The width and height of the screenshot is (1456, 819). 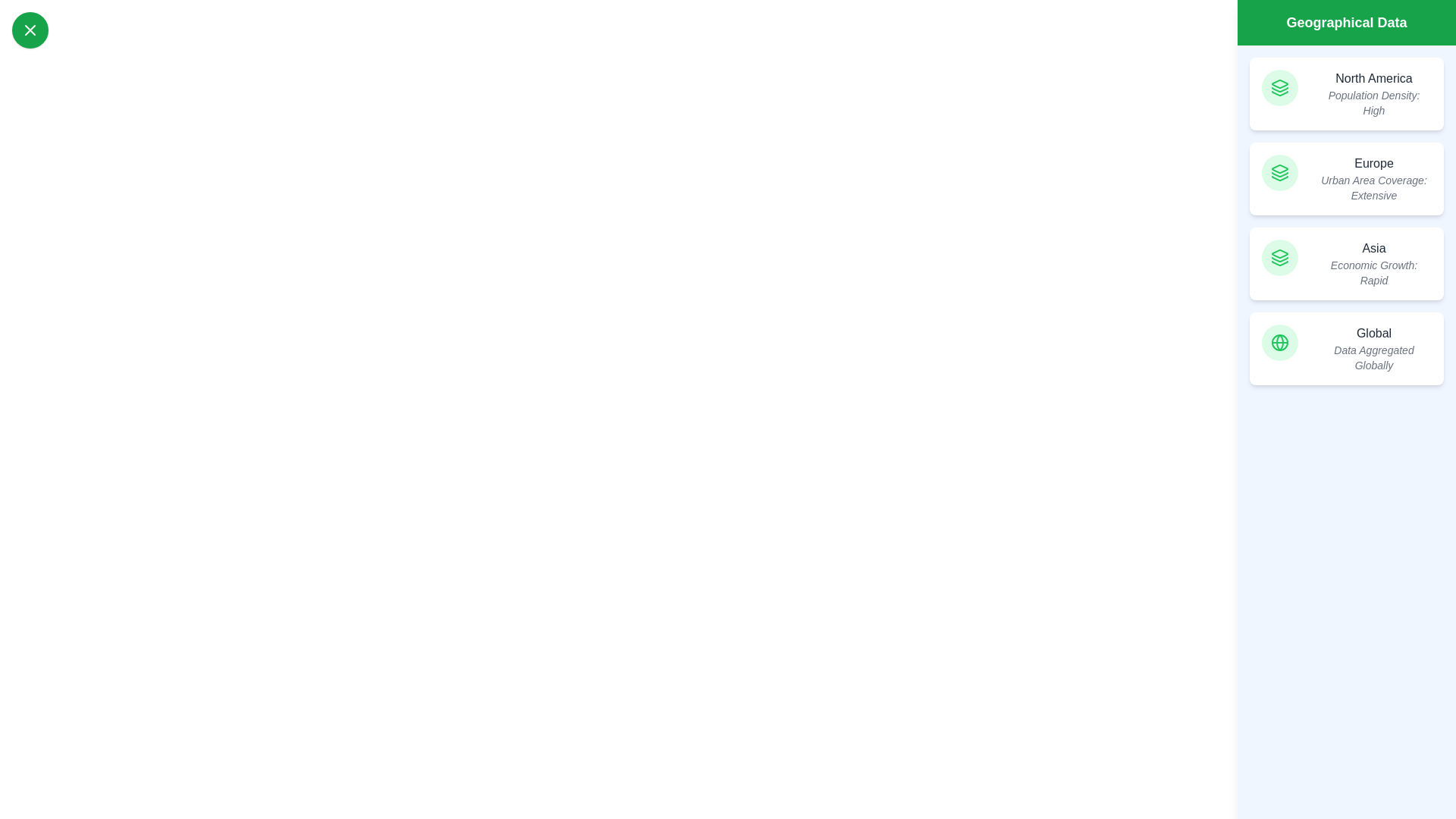 I want to click on the region Europe to view its details, so click(x=1347, y=177).